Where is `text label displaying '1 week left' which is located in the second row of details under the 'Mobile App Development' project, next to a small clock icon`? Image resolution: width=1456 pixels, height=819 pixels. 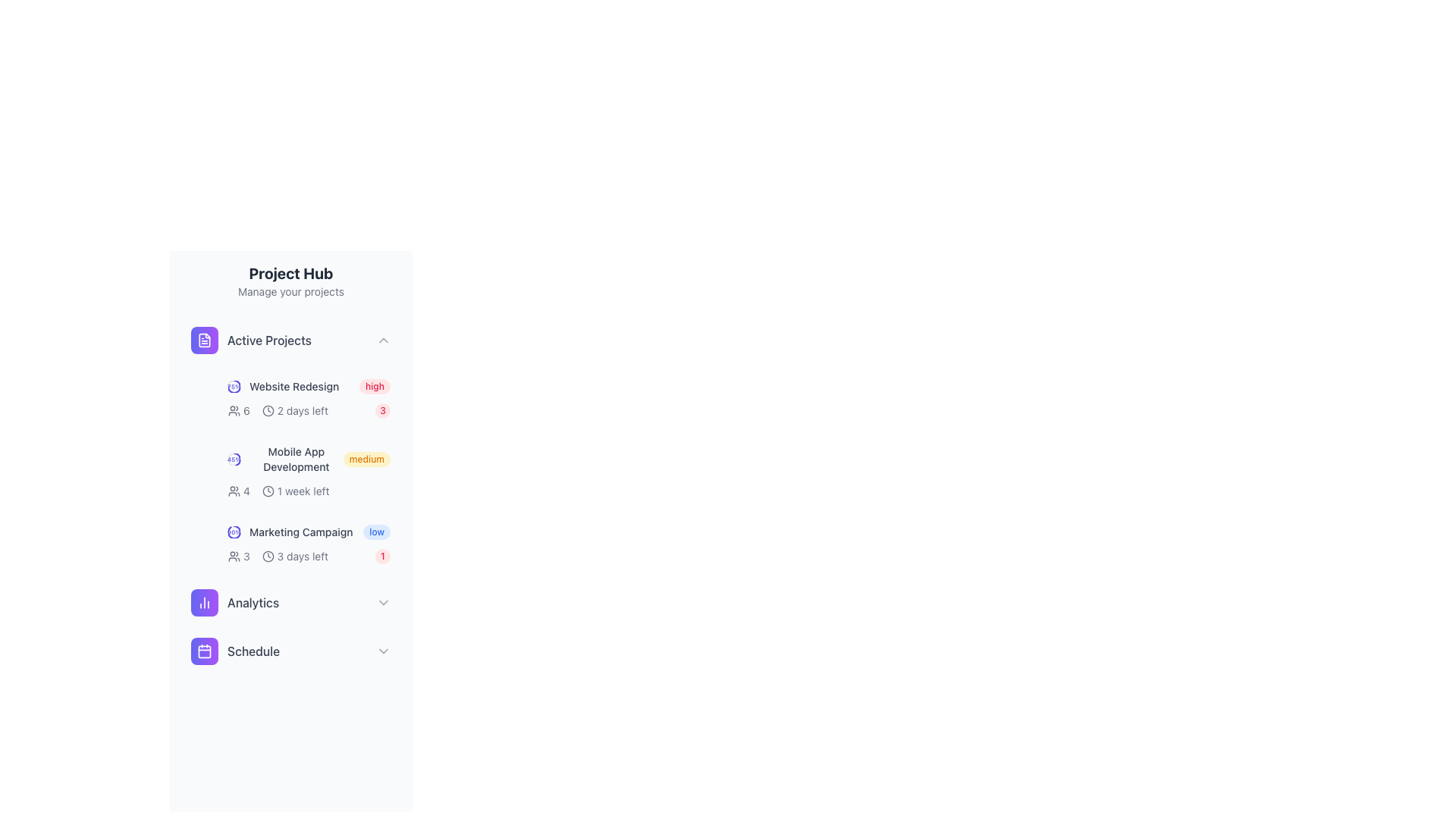
text label displaying '1 week left' which is located in the second row of details under the 'Mobile App Development' project, next to a small clock icon is located at coordinates (309, 491).